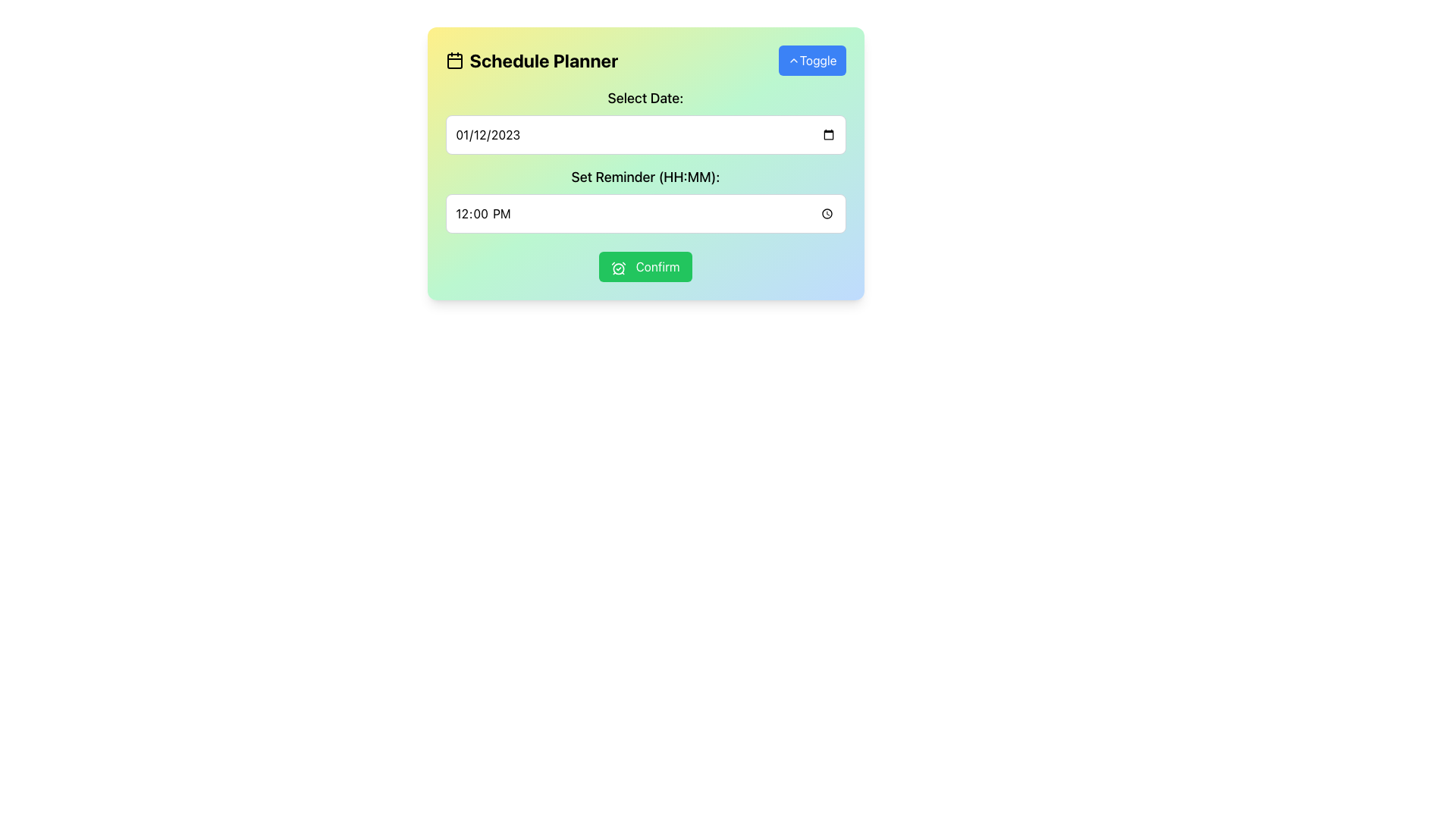 The width and height of the screenshot is (1456, 819). What do you see at coordinates (811, 60) in the screenshot?
I see `the toggle button located at the top-right corner of the 'Schedule Planner' section` at bounding box center [811, 60].